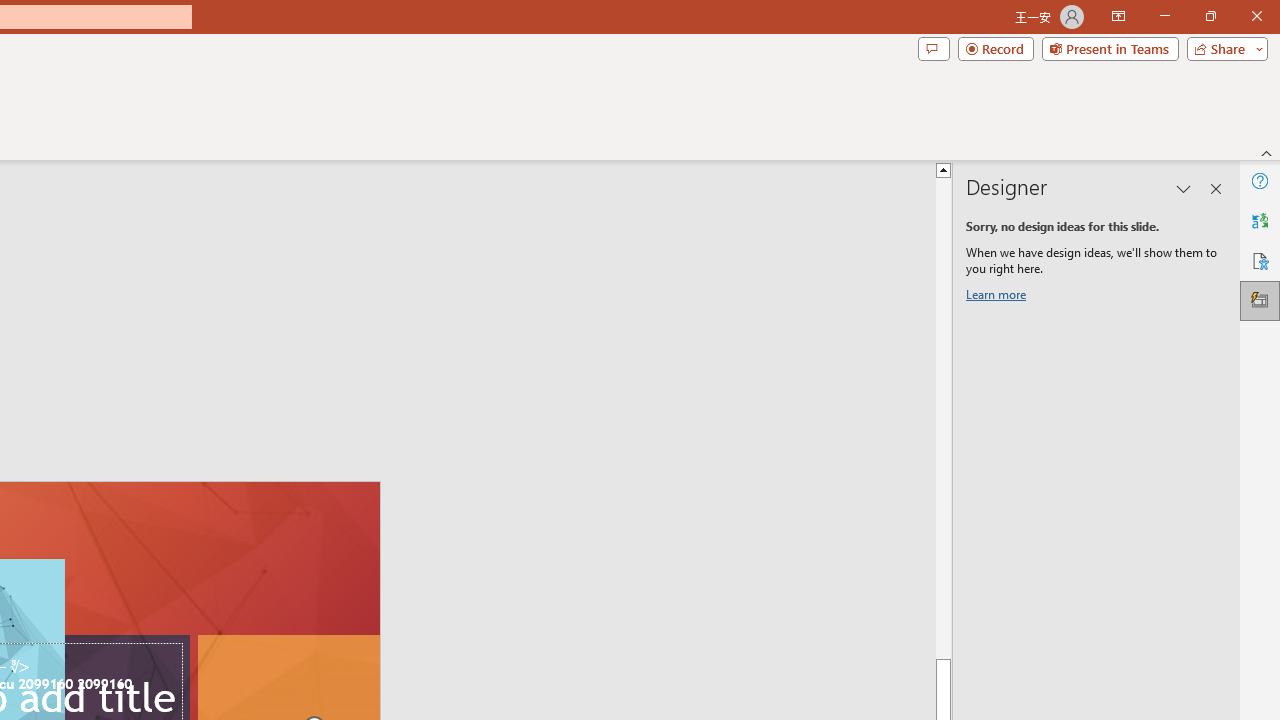  I want to click on 'Restore Down', so click(1209, 16).